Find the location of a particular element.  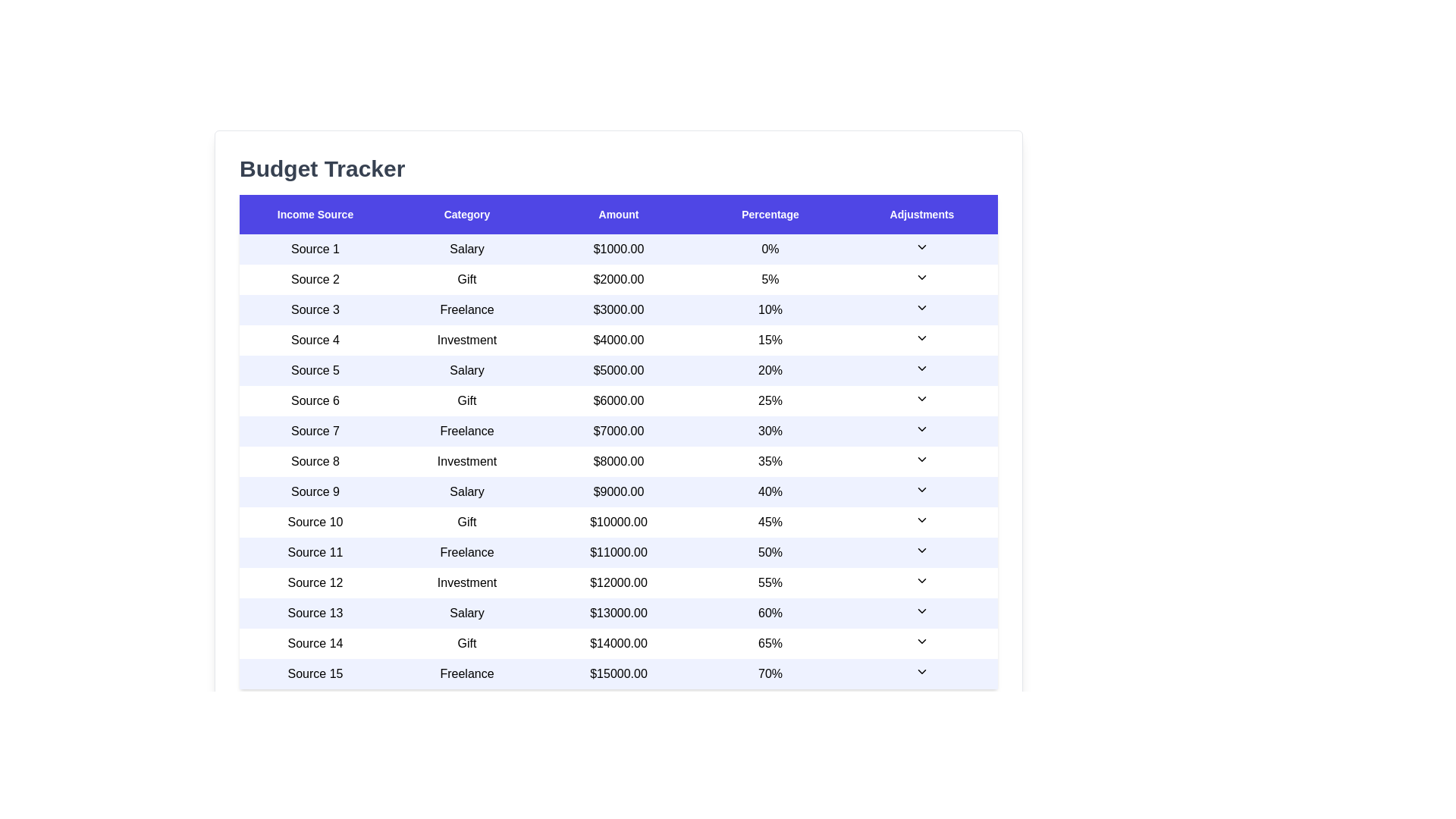

the table header Percentage to sort the table by that column is located at coordinates (770, 214).